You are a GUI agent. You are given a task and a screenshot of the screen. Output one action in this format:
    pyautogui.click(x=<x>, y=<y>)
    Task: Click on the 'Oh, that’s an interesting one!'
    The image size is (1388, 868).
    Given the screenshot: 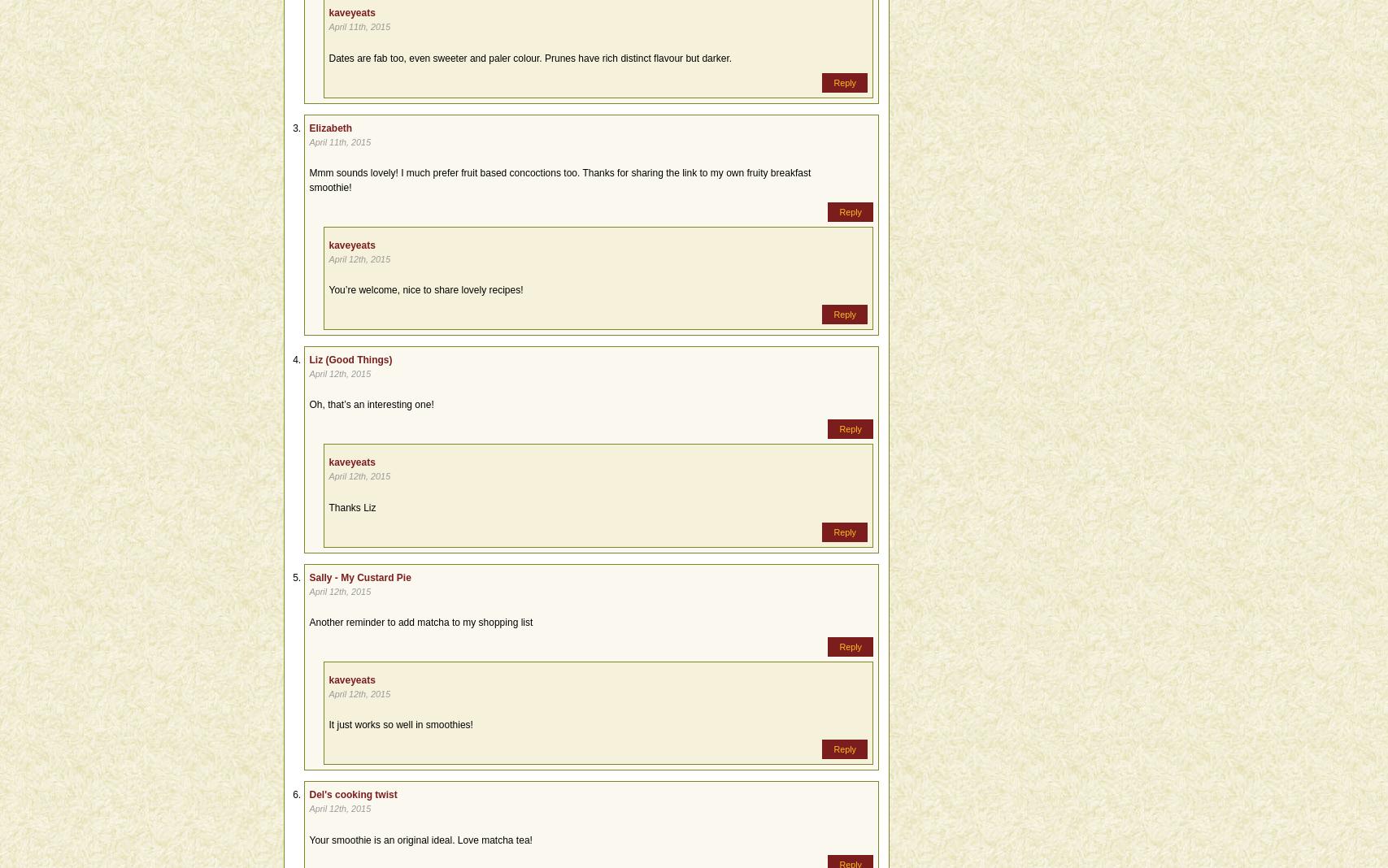 What is the action you would take?
    pyautogui.click(x=371, y=405)
    